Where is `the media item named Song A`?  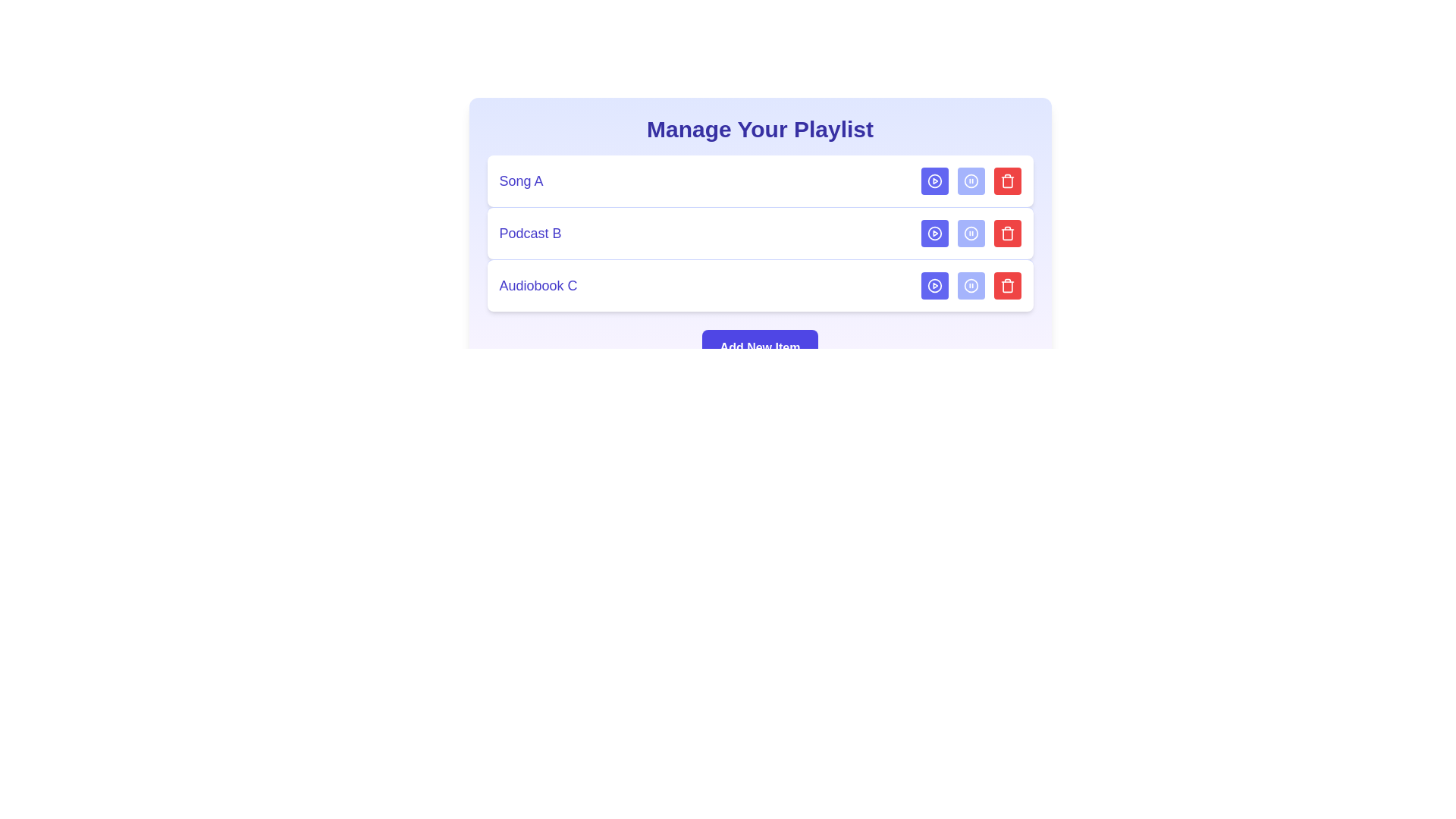 the media item named Song A is located at coordinates (760, 180).